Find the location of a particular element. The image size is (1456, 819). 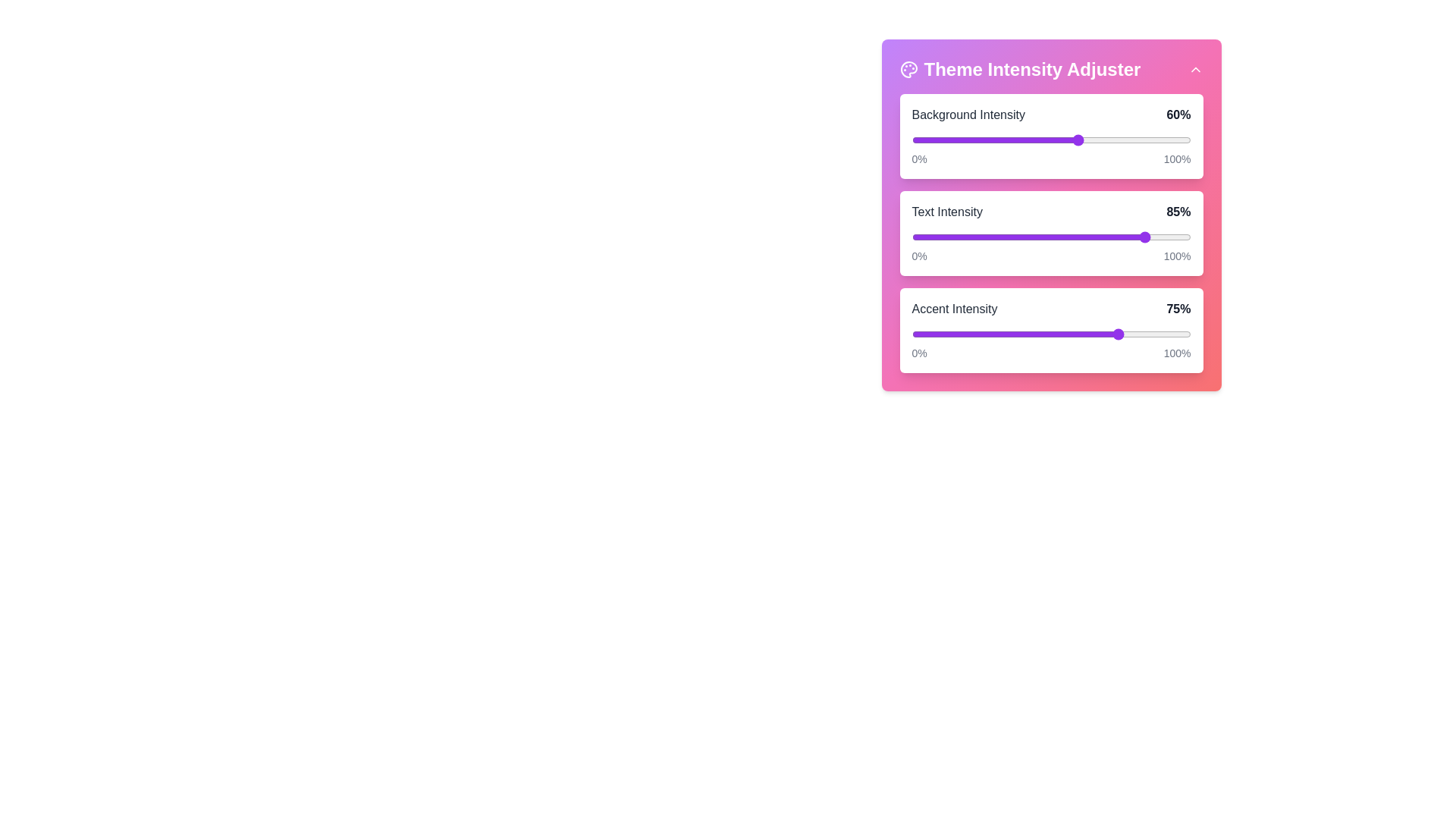

the background intensity is located at coordinates (1167, 140).